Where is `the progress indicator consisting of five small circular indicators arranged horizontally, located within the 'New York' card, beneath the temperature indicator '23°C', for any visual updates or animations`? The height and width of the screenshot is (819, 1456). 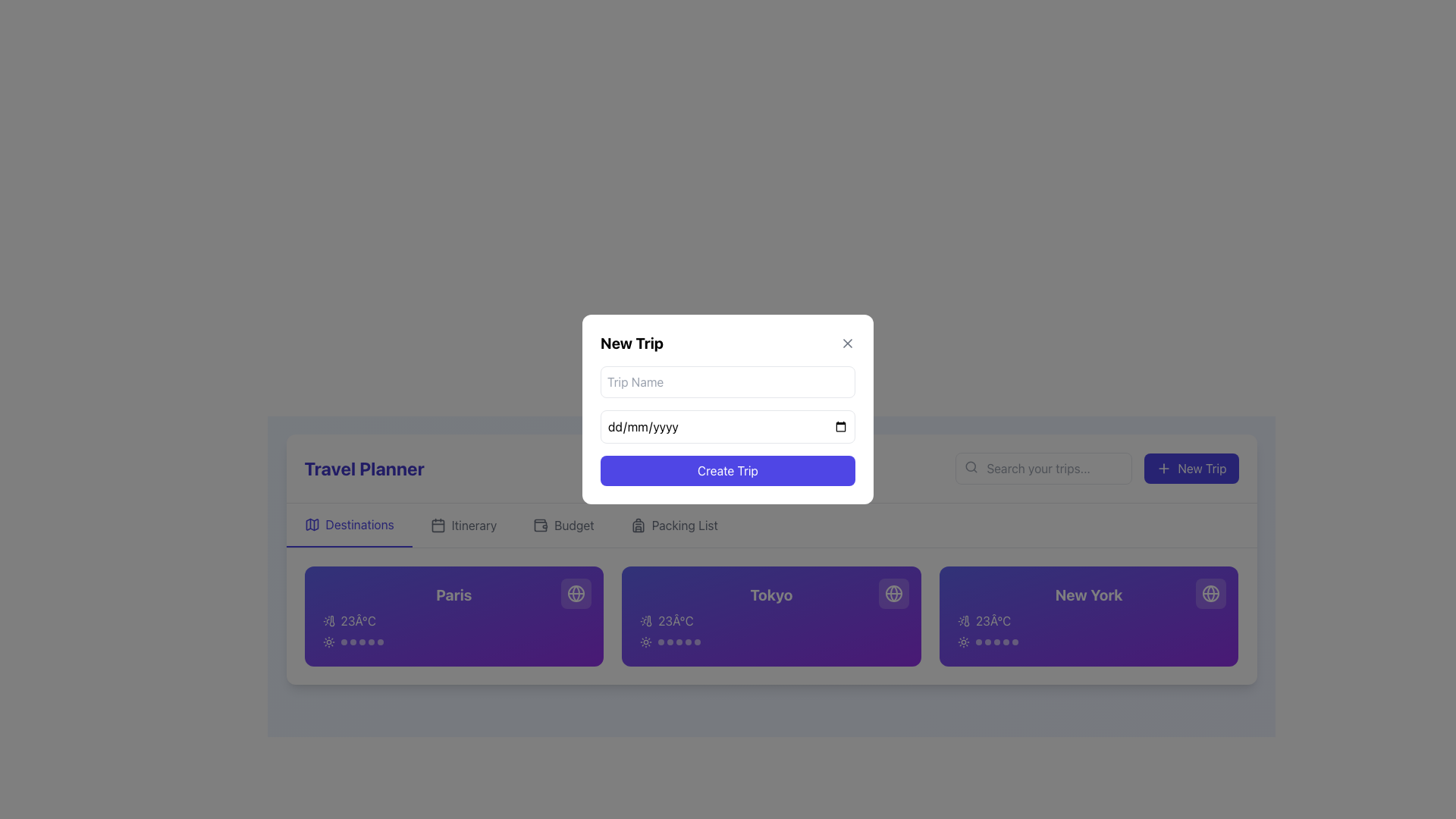 the progress indicator consisting of five small circular indicators arranged horizontally, located within the 'New York' card, beneath the temperature indicator '23°C', for any visual updates or animations is located at coordinates (1088, 642).